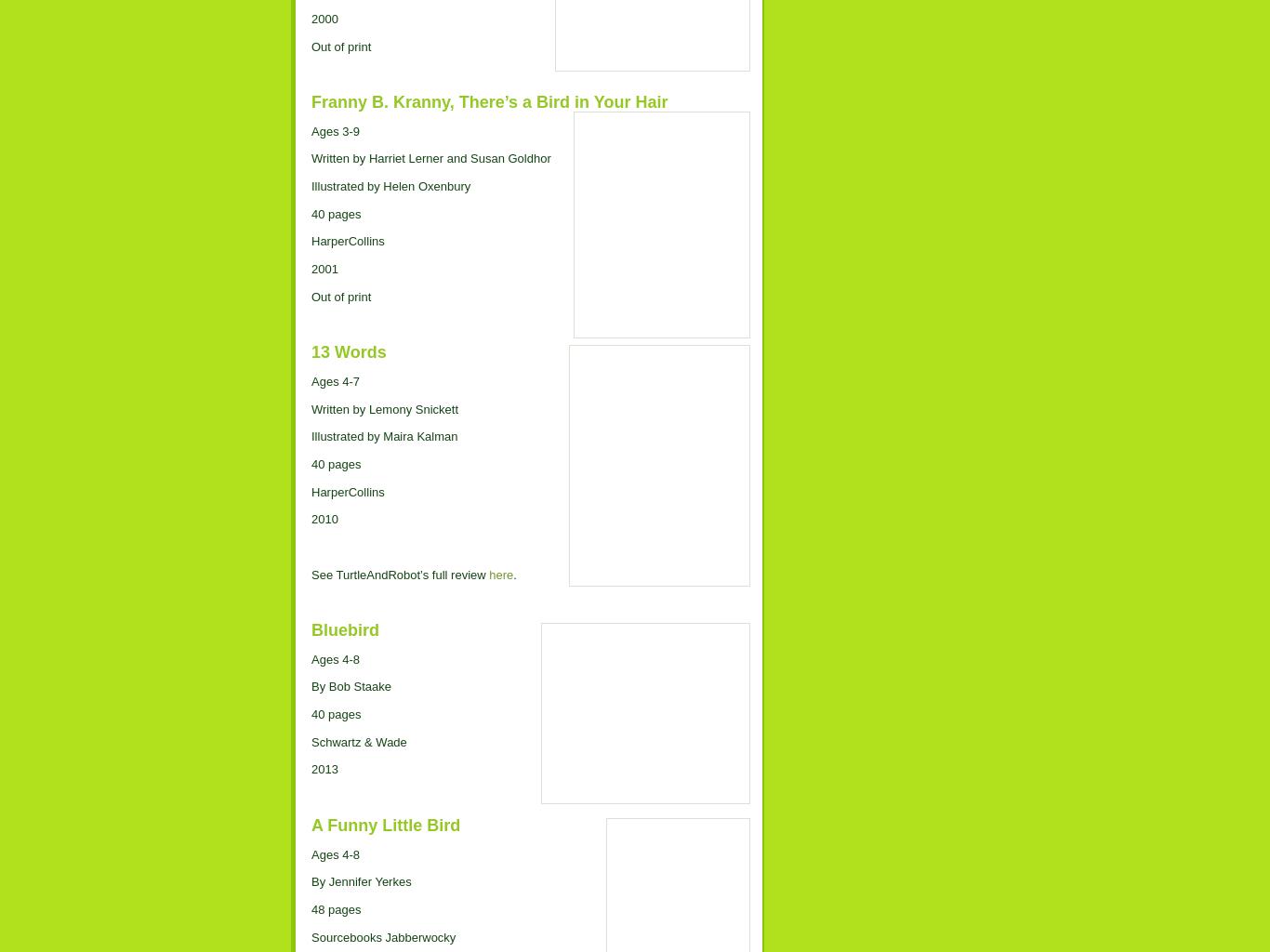 The image size is (1270, 952). I want to click on '.', so click(513, 574).